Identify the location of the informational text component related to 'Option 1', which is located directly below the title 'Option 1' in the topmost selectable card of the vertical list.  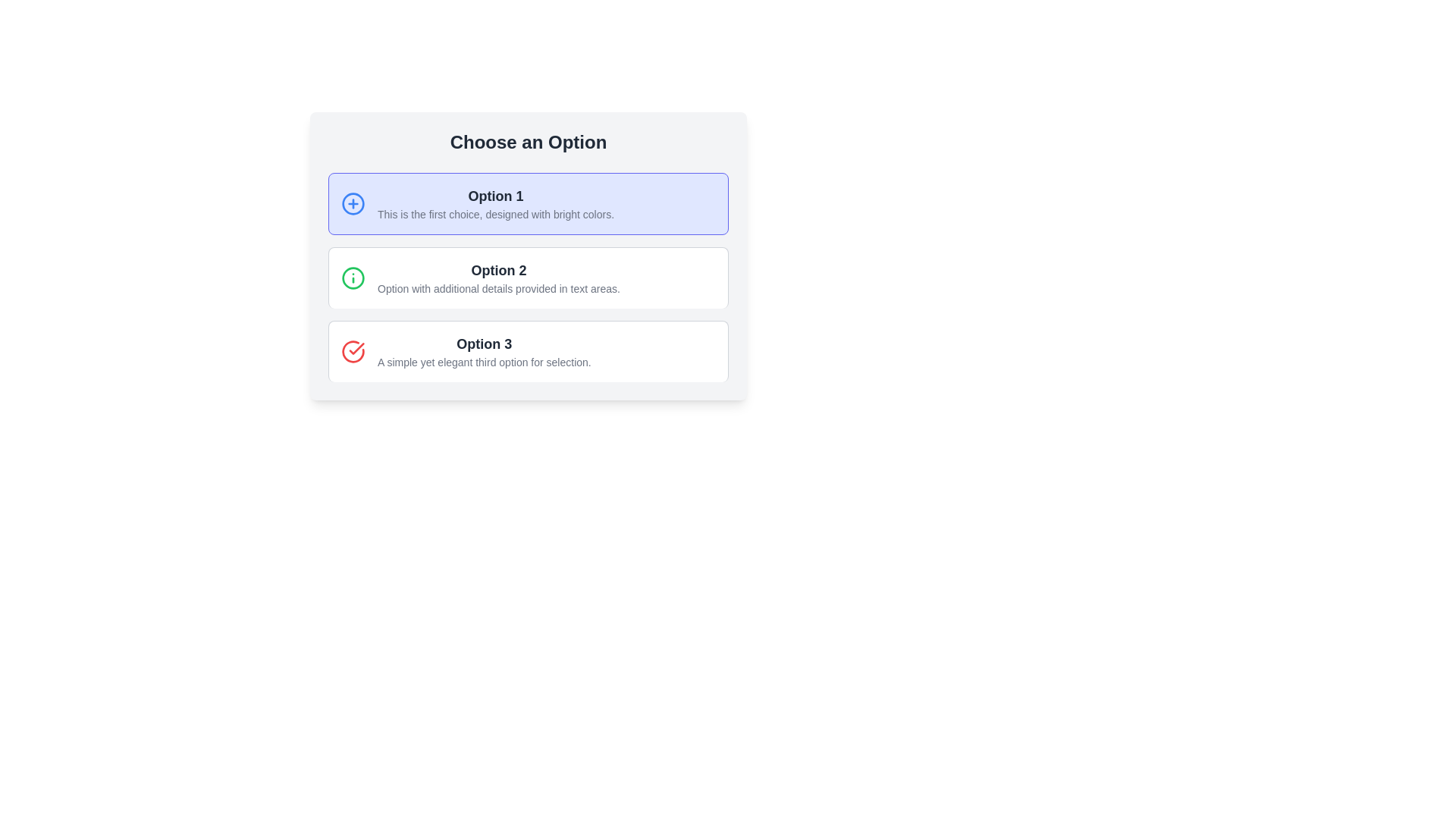
(495, 214).